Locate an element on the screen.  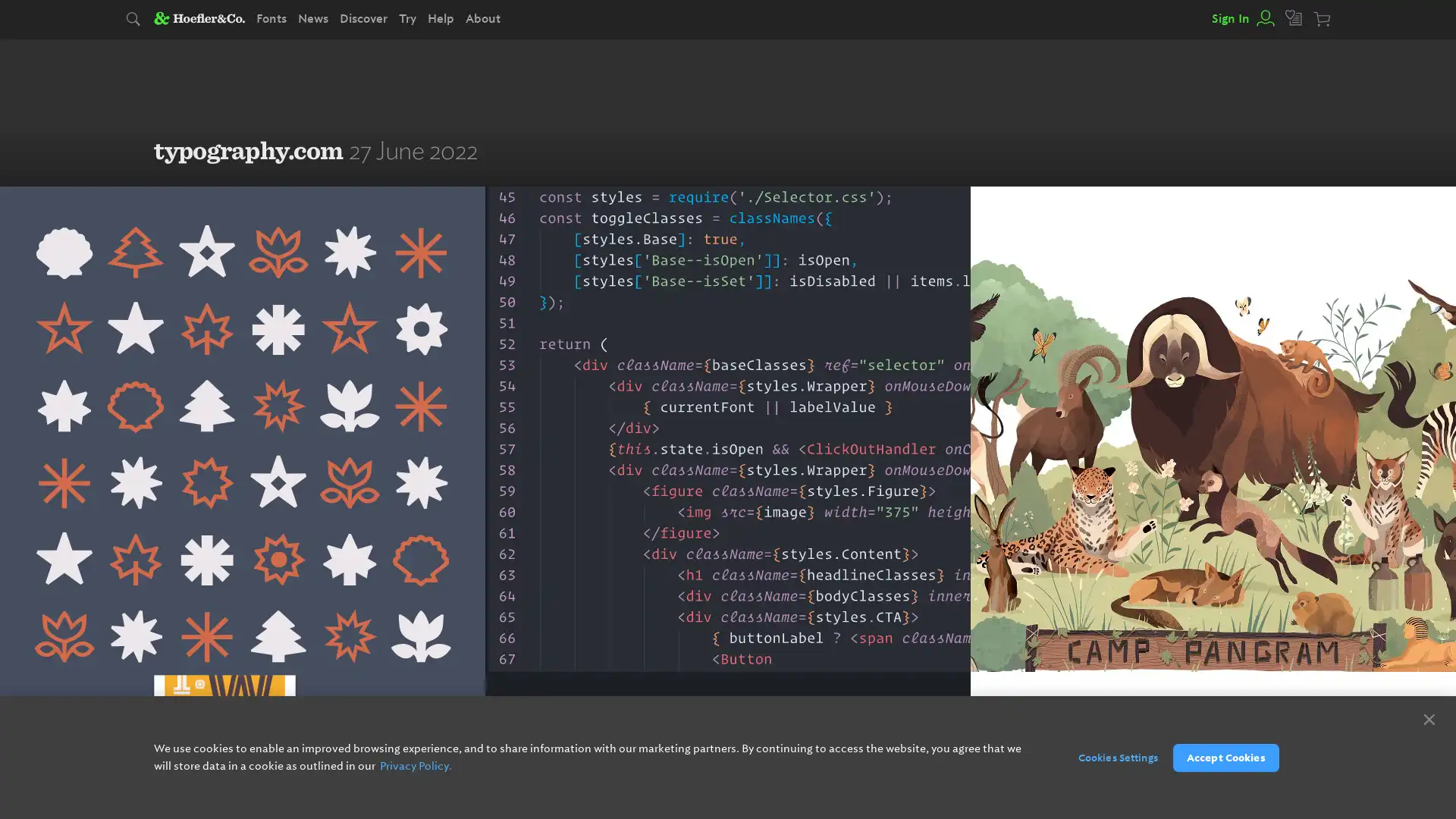
Your cart is located at coordinates (1323, 20).